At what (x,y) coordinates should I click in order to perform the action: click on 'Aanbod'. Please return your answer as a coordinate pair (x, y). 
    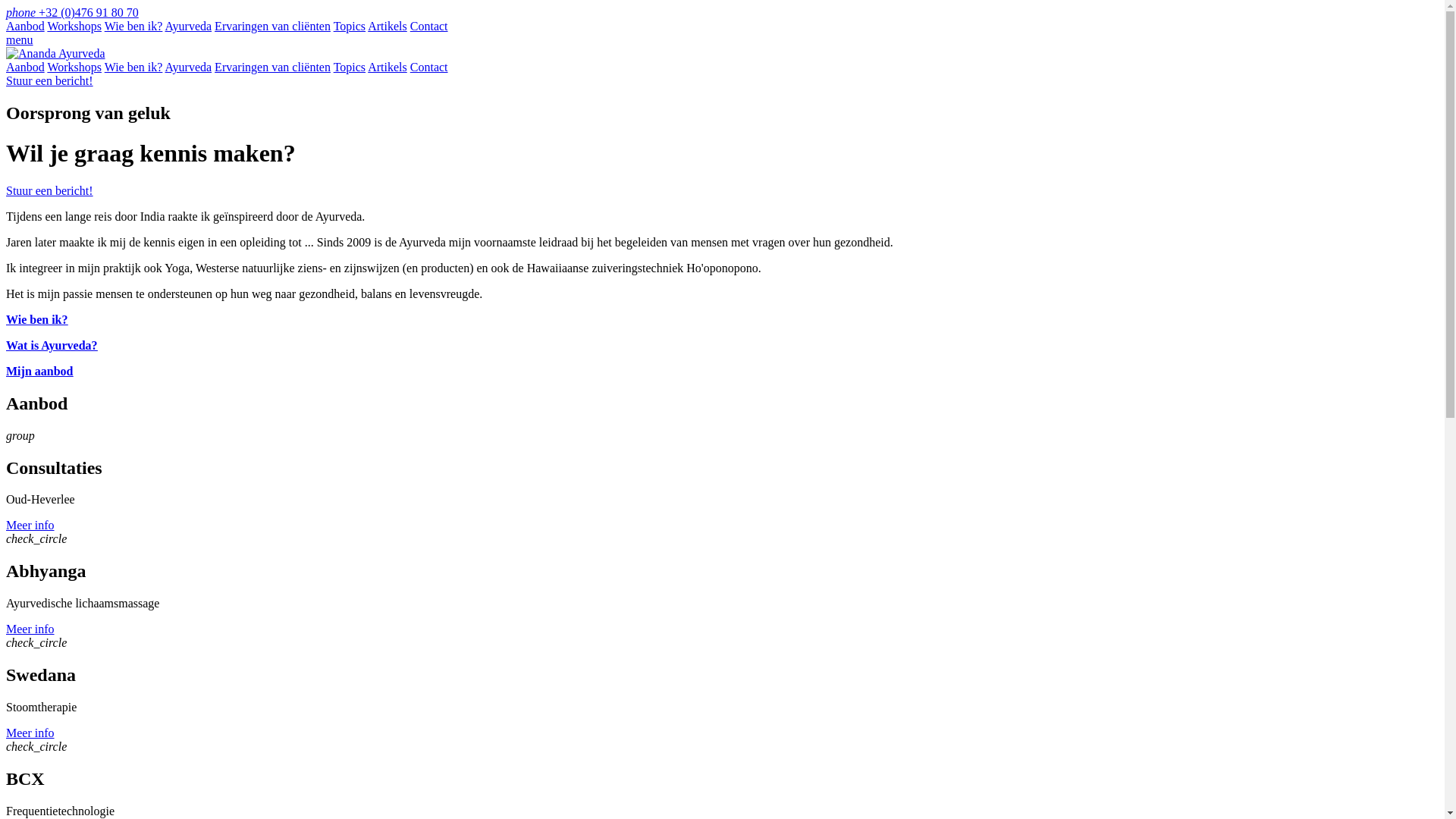
    Looking at the image, I should click on (25, 26).